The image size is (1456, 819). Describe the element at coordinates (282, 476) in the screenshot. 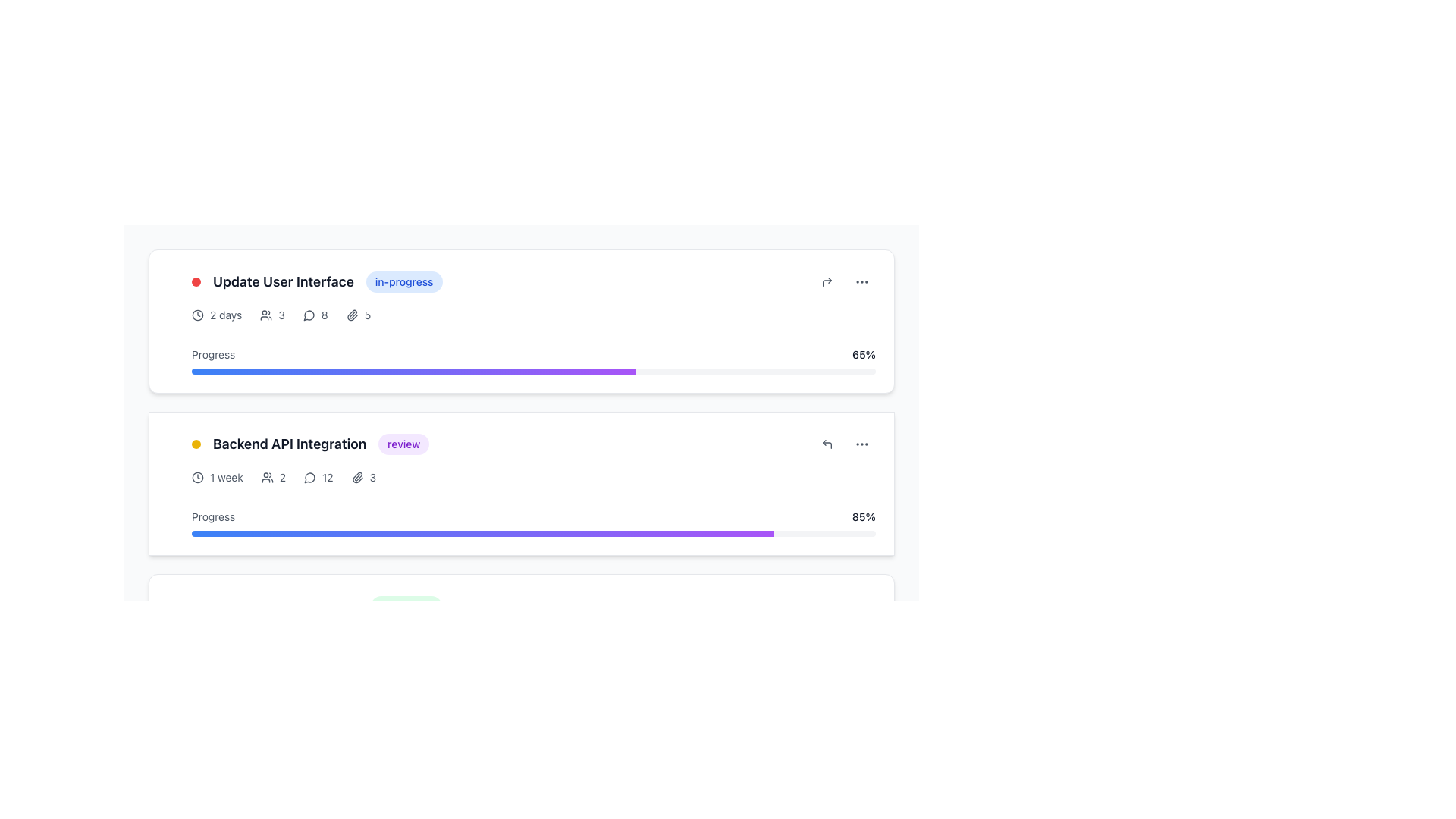

I see `value displayed on the Text label showing the number of users associated with the task or project, located to the immediate right of the user icon symbol in the 'Backend API Integration' section` at that location.